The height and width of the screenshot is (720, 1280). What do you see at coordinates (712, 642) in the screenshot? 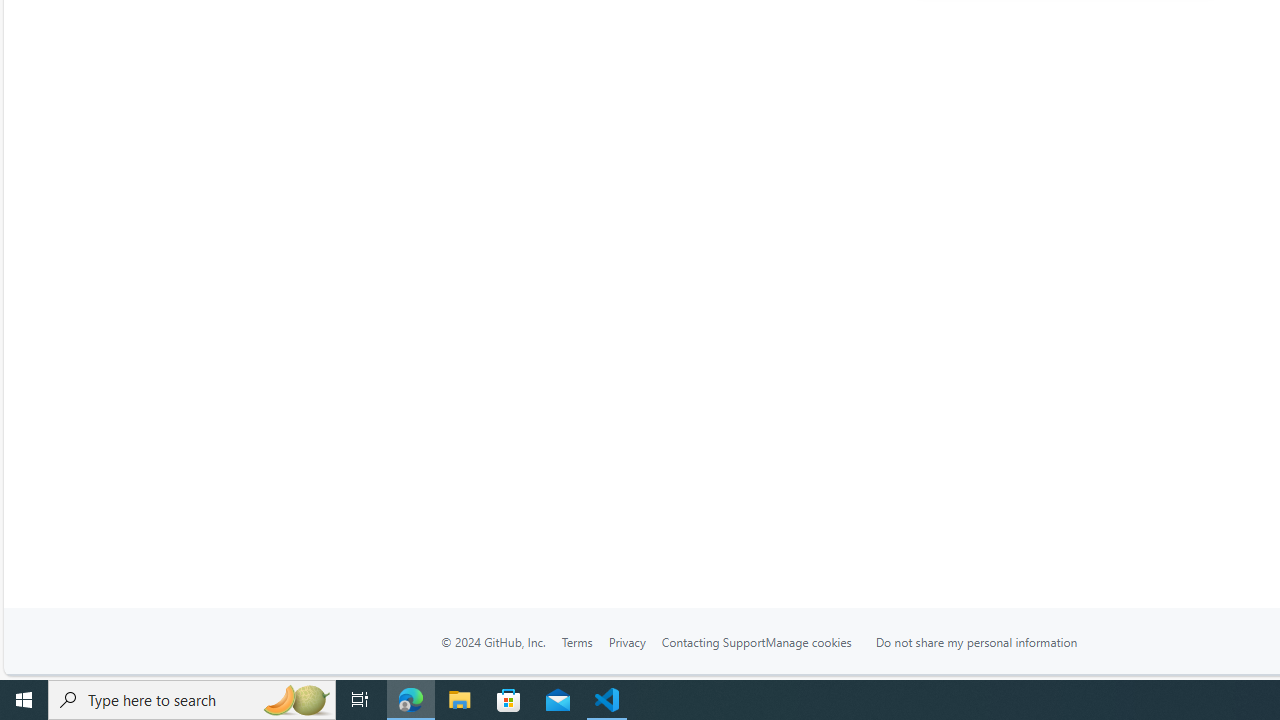
I see `'Contacting Support'` at bounding box center [712, 642].